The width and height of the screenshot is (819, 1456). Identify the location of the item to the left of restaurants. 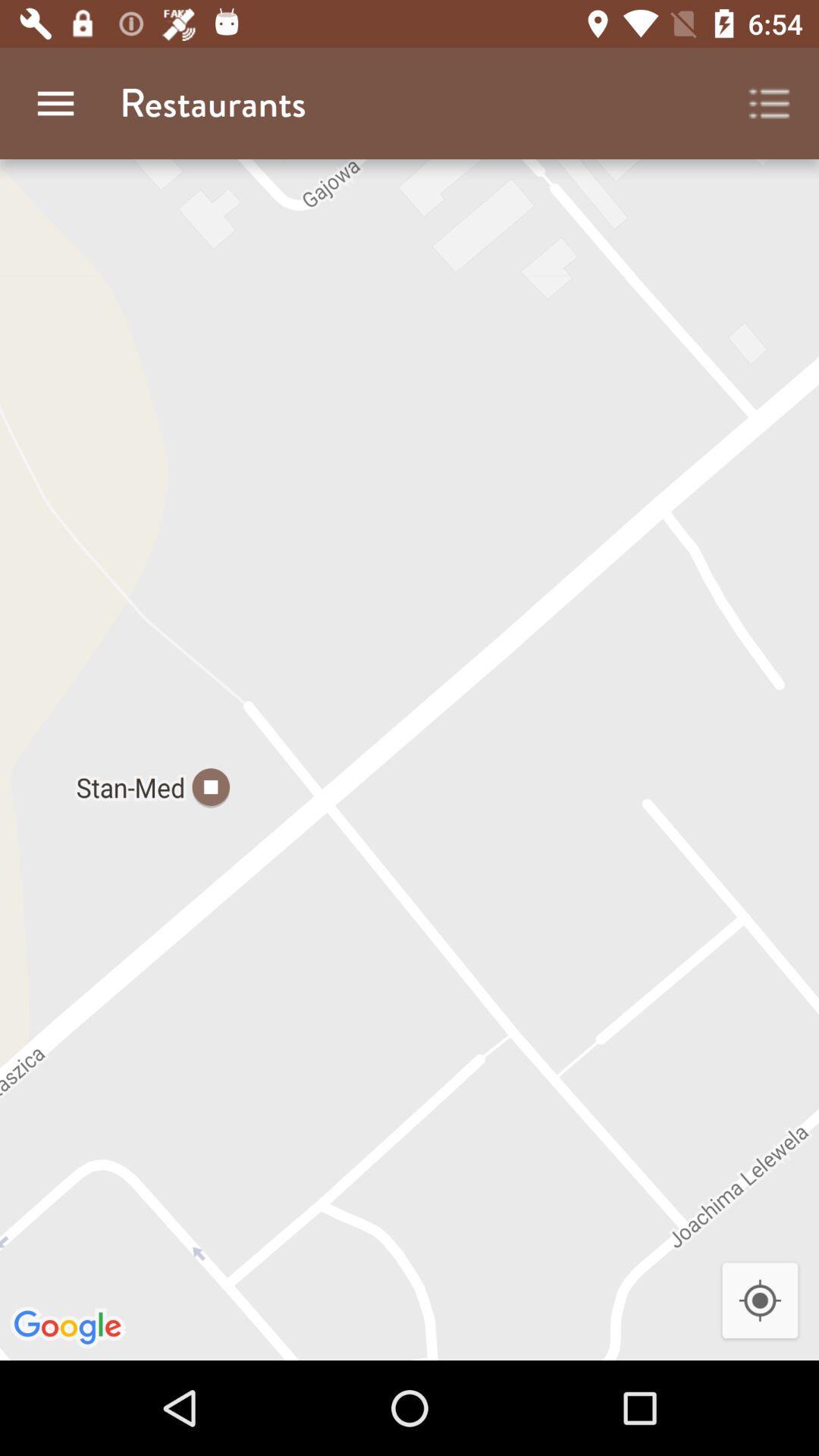
(55, 102).